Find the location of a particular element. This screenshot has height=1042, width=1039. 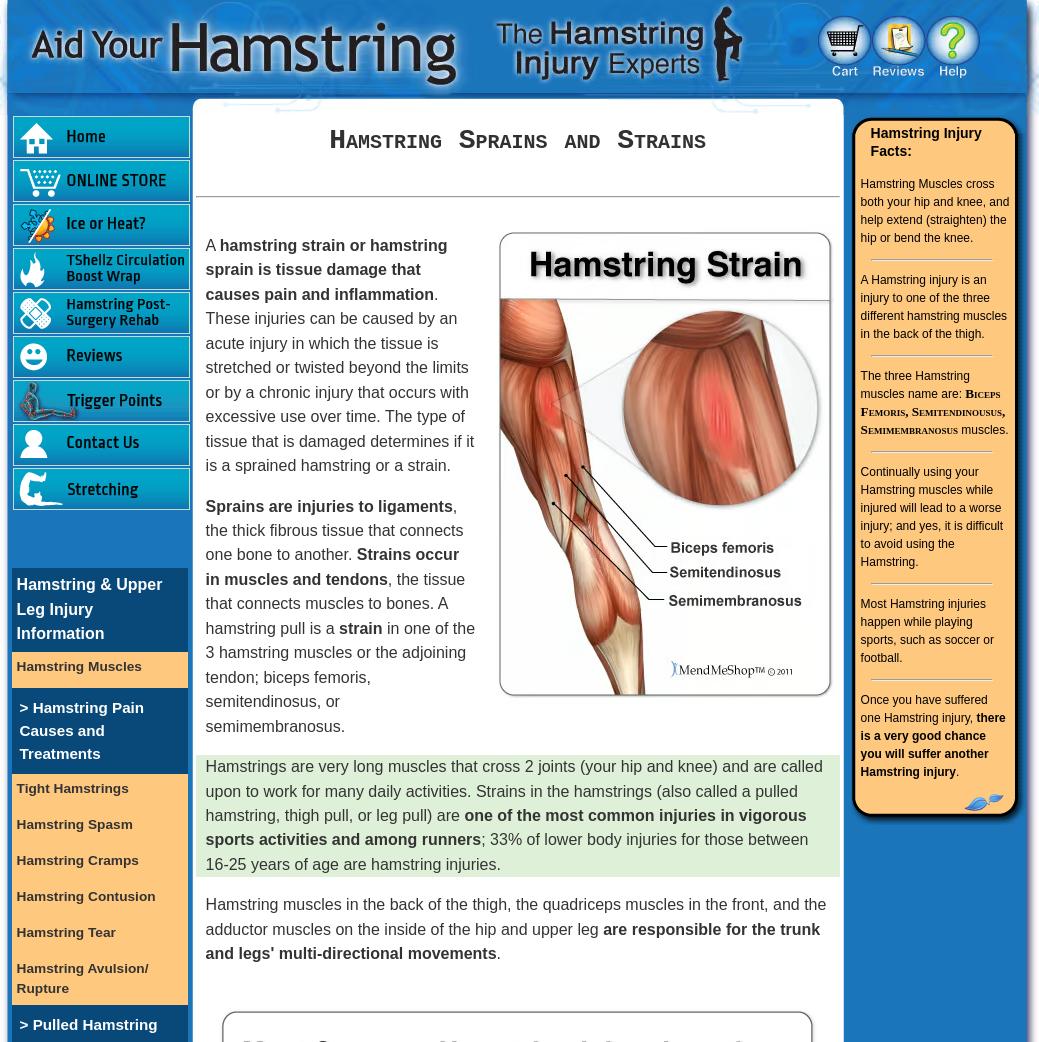

'Sprains are injuries to ligaments' is located at coordinates (328, 505).